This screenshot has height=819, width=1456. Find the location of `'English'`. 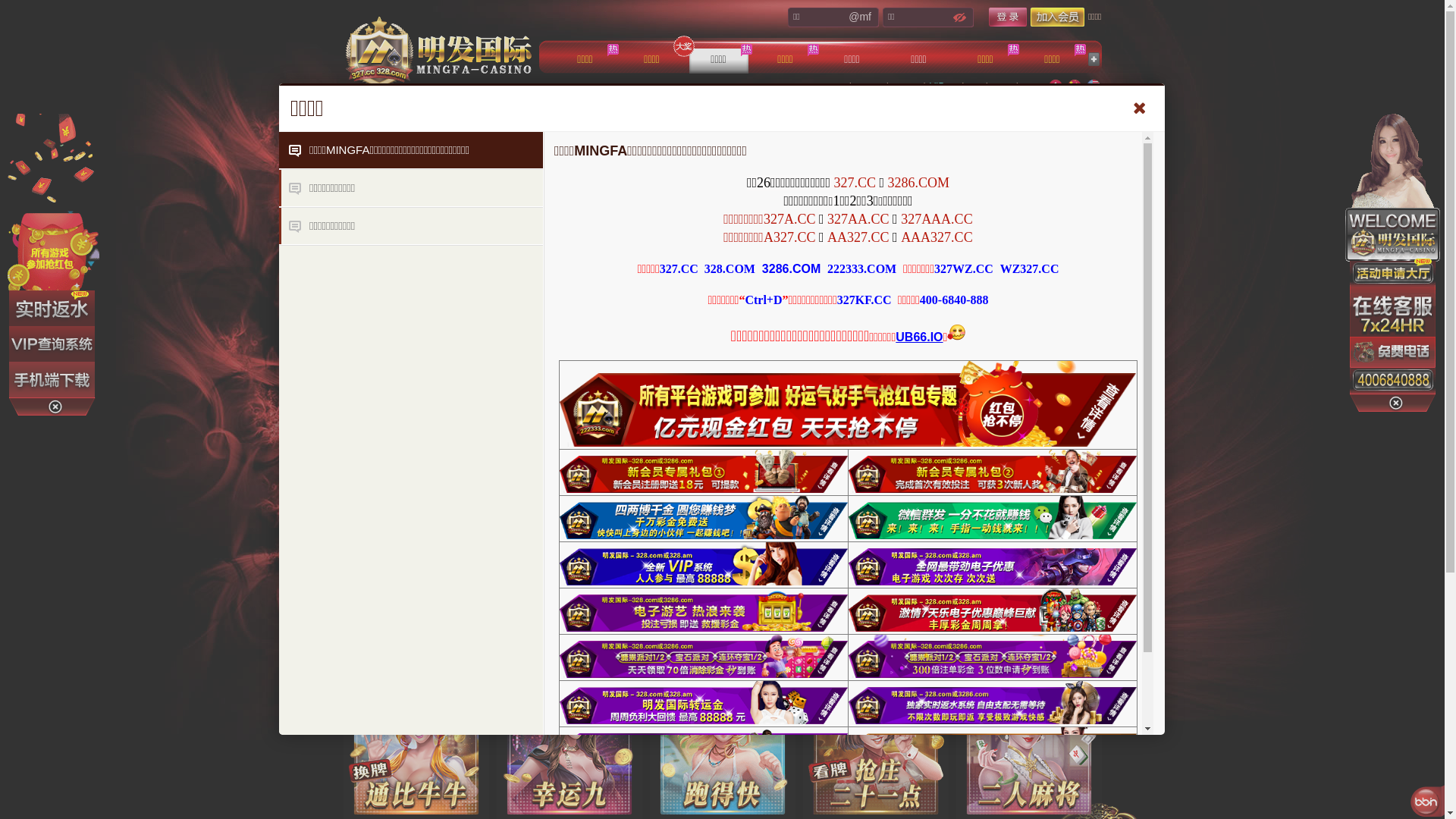

'English' is located at coordinates (1092, 86).